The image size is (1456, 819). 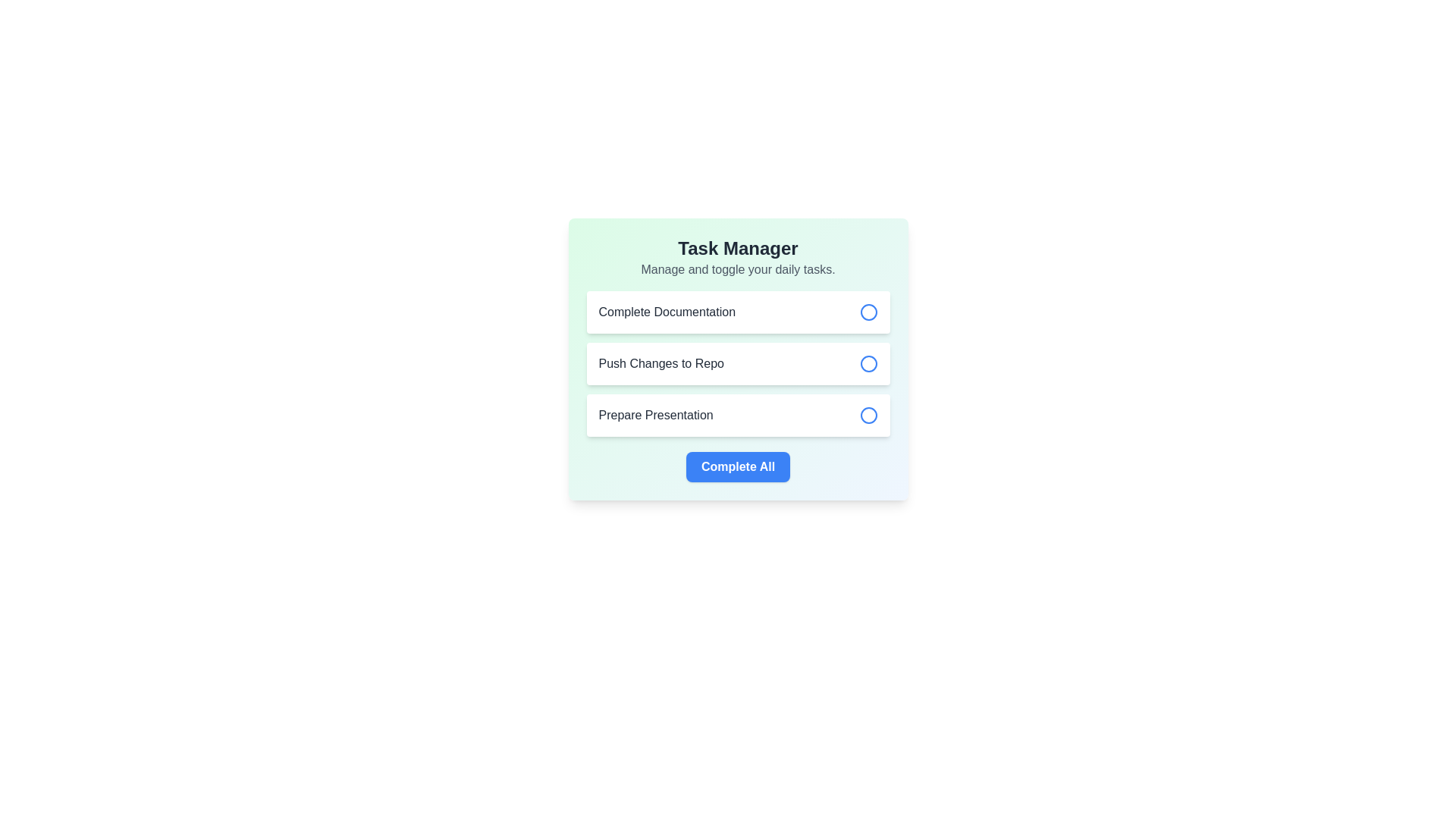 I want to click on the blue circle graphical indicator in the task list for the 'Prepare Presentation' item in the 'Task Manager' section, so click(x=868, y=415).